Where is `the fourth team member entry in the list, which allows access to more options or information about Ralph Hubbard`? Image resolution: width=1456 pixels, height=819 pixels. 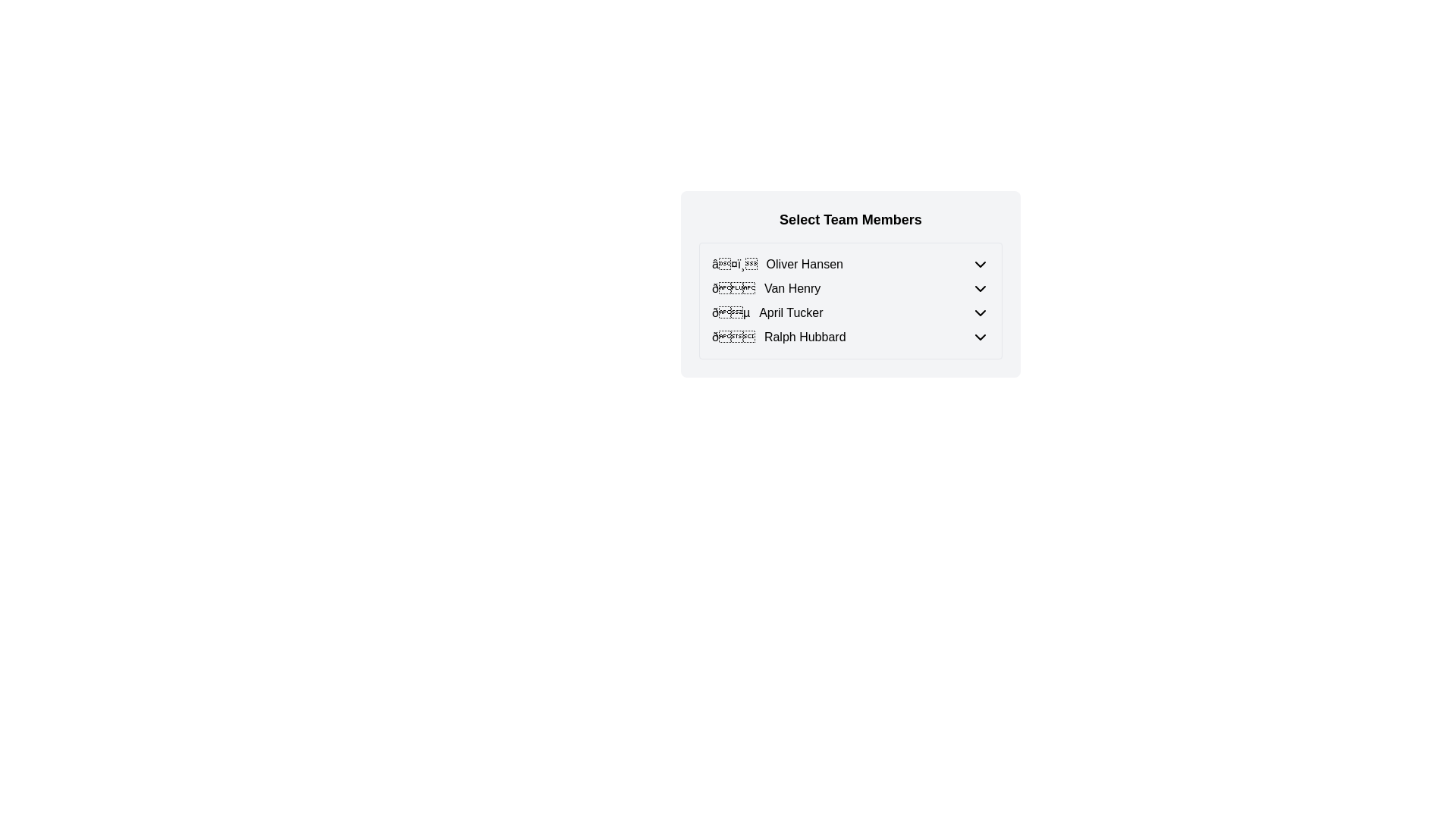
the fourth team member entry in the list, which allows access to more options or information about Ralph Hubbard is located at coordinates (851, 336).